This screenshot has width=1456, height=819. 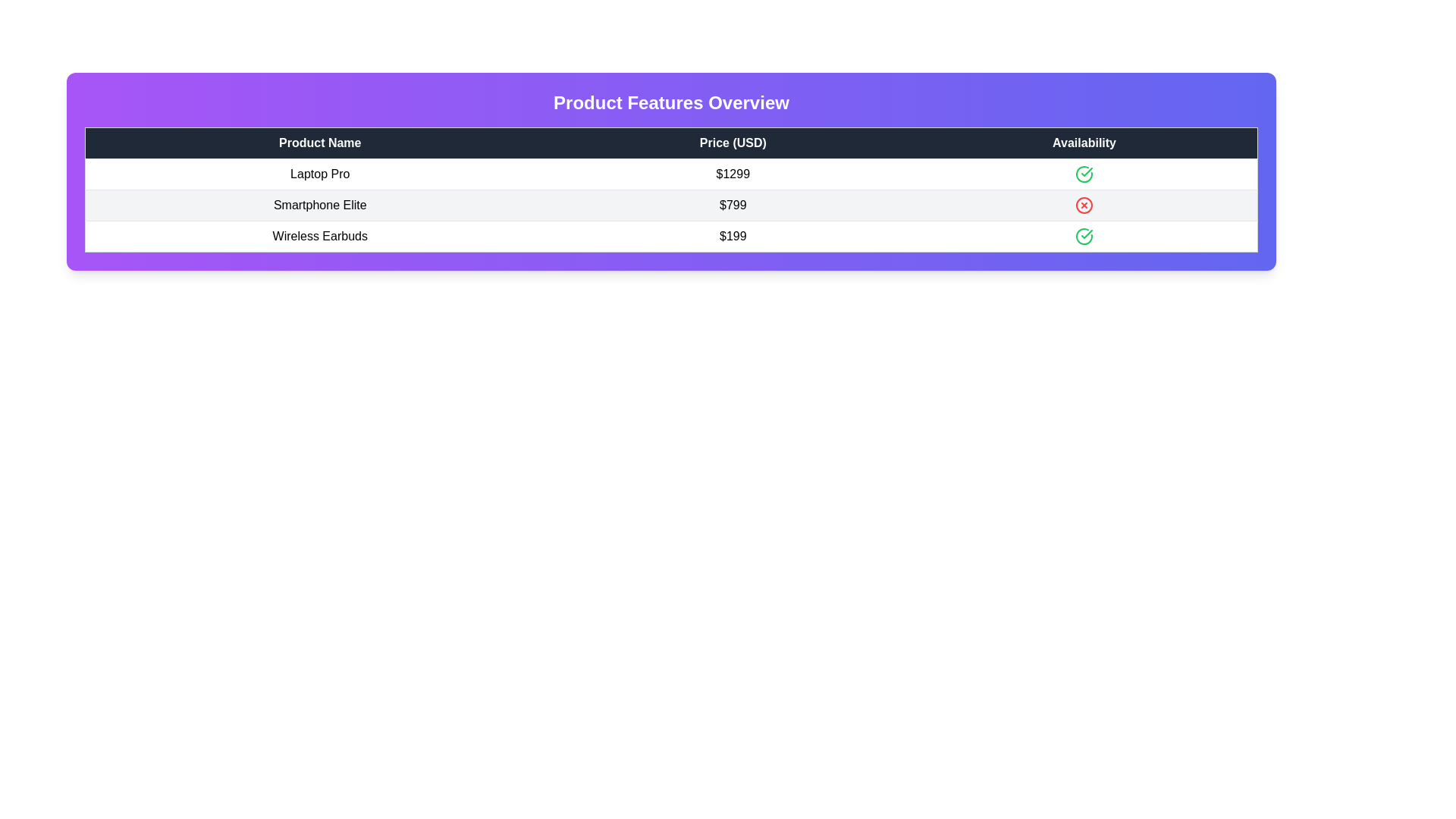 What do you see at coordinates (1084, 205) in the screenshot?
I see `the 'not available' icon in the 'Availability' column for the product 'Smartphone Elite', located in the second row of the table` at bounding box center [1084, 205].